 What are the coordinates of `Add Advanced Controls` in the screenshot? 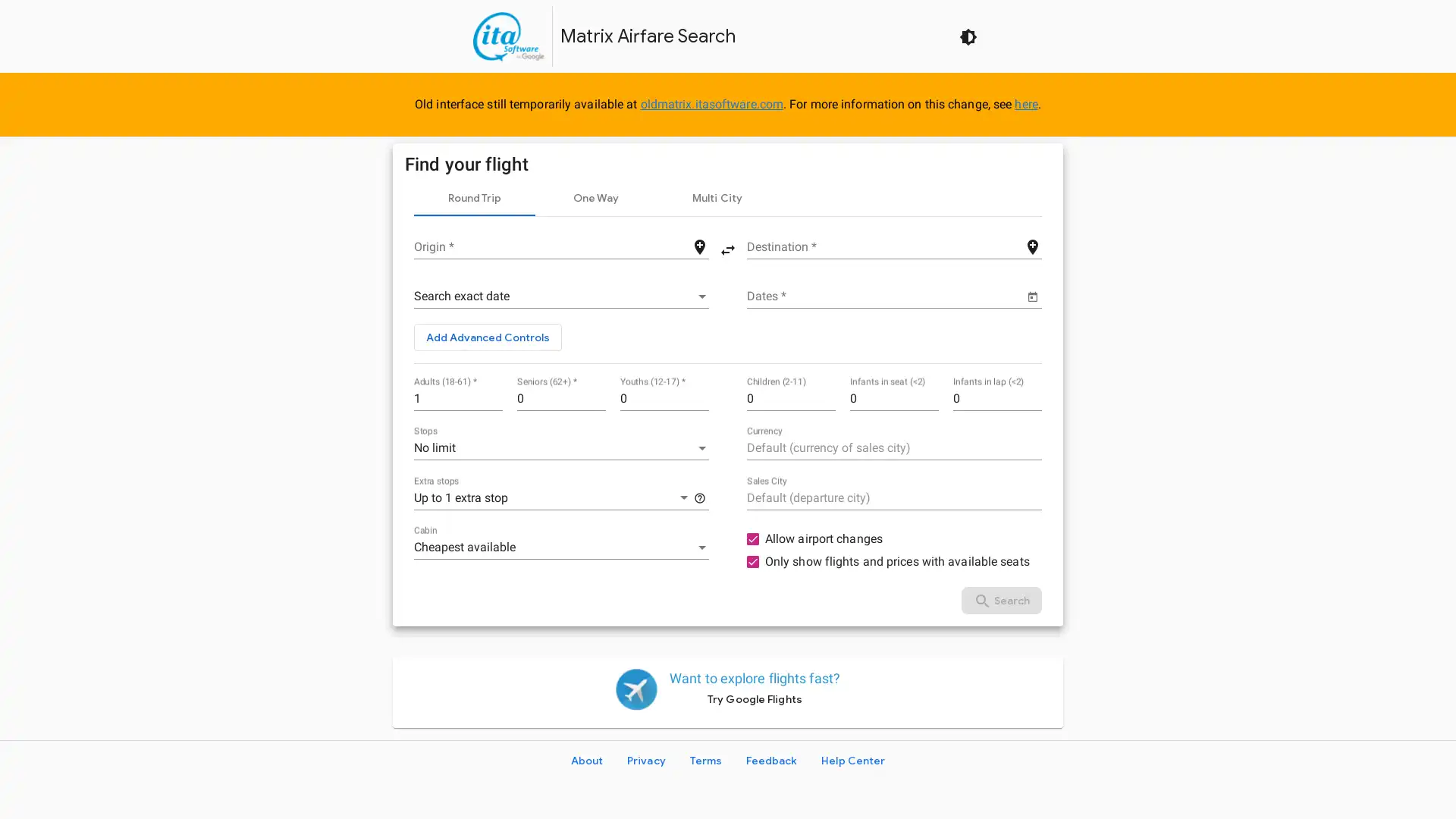 It's located at (488, 336).